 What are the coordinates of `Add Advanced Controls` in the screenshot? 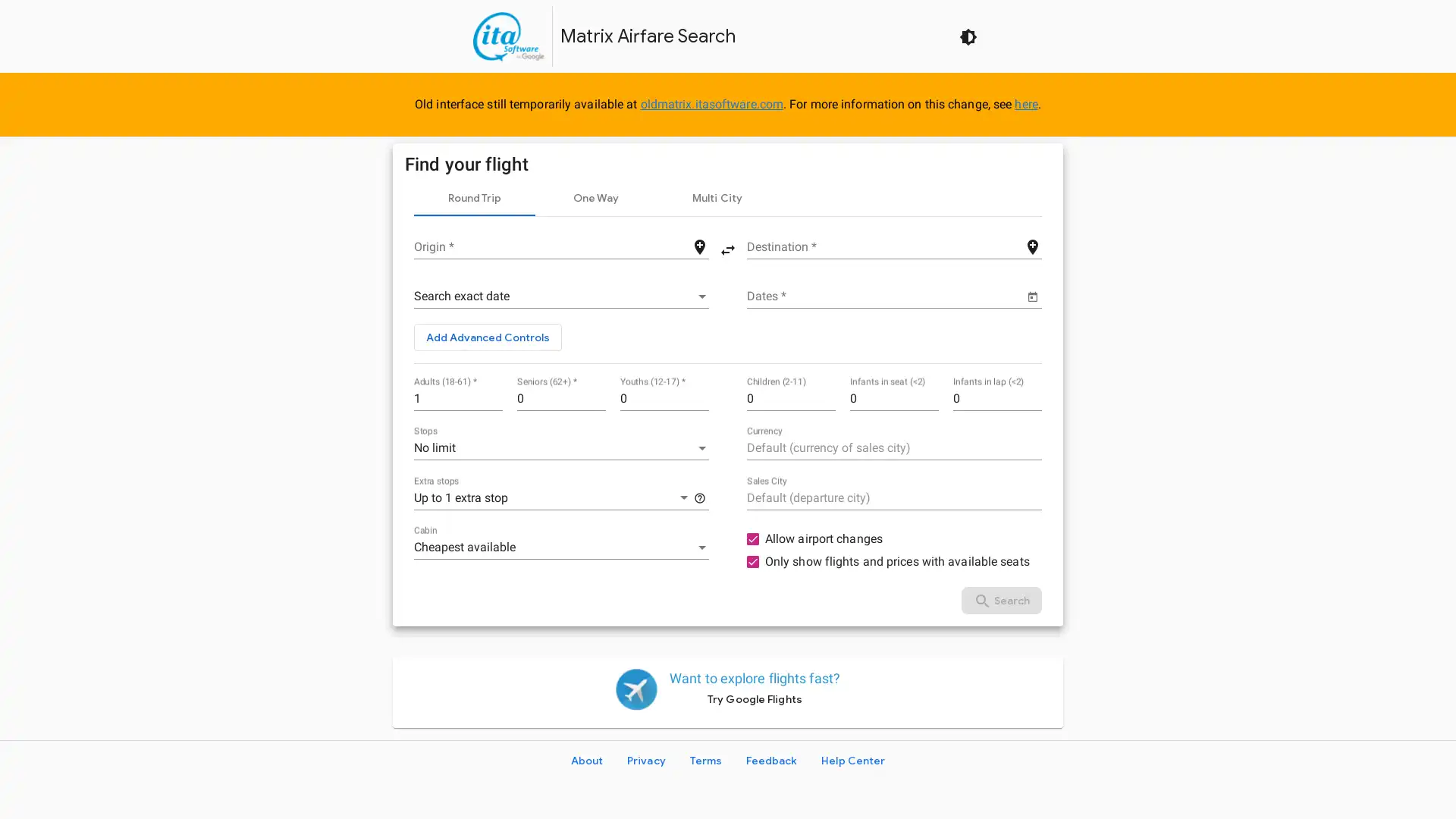 It's located at (488, 336).